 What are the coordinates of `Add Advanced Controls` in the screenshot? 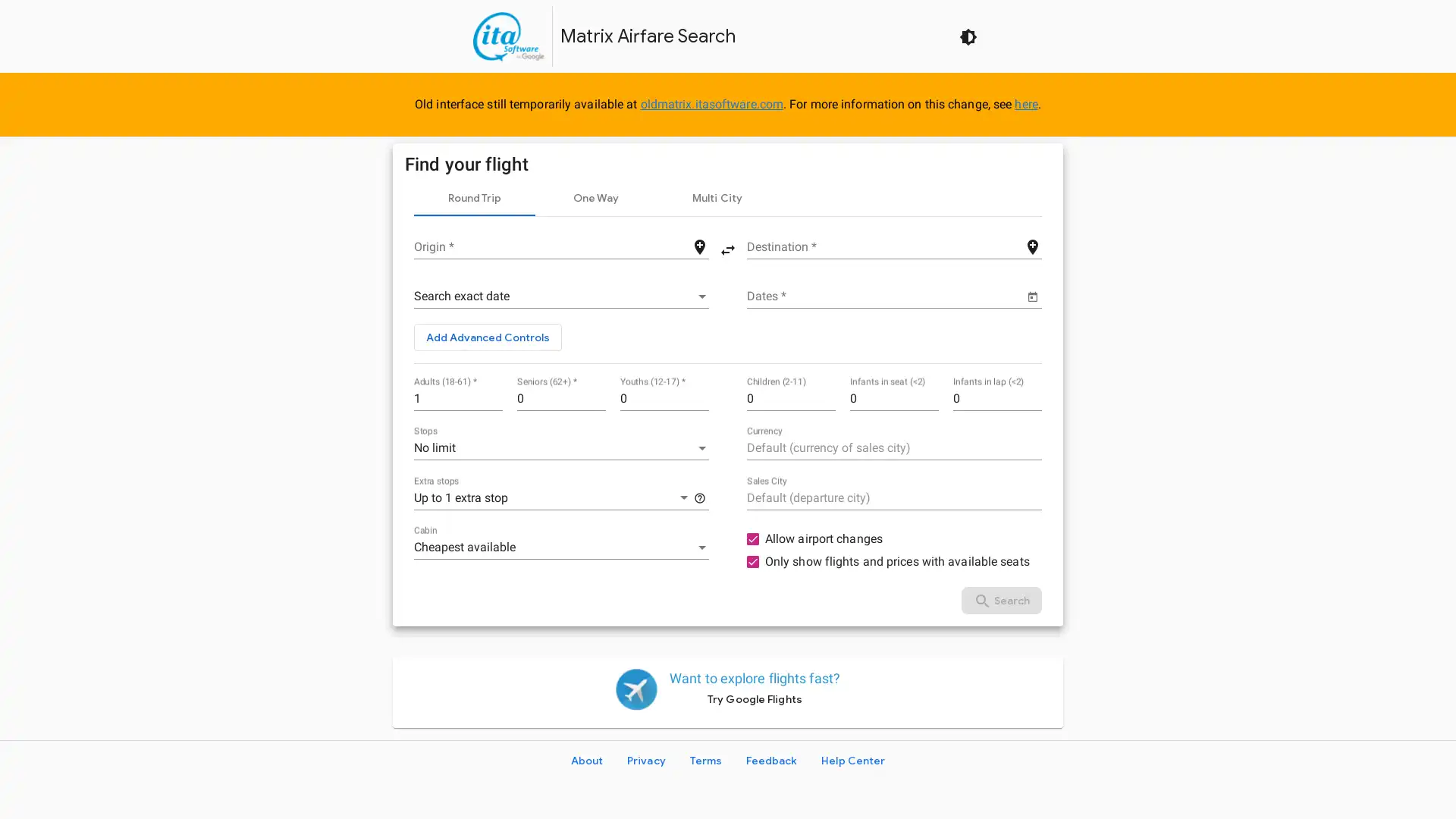 It's located at (488, 336).